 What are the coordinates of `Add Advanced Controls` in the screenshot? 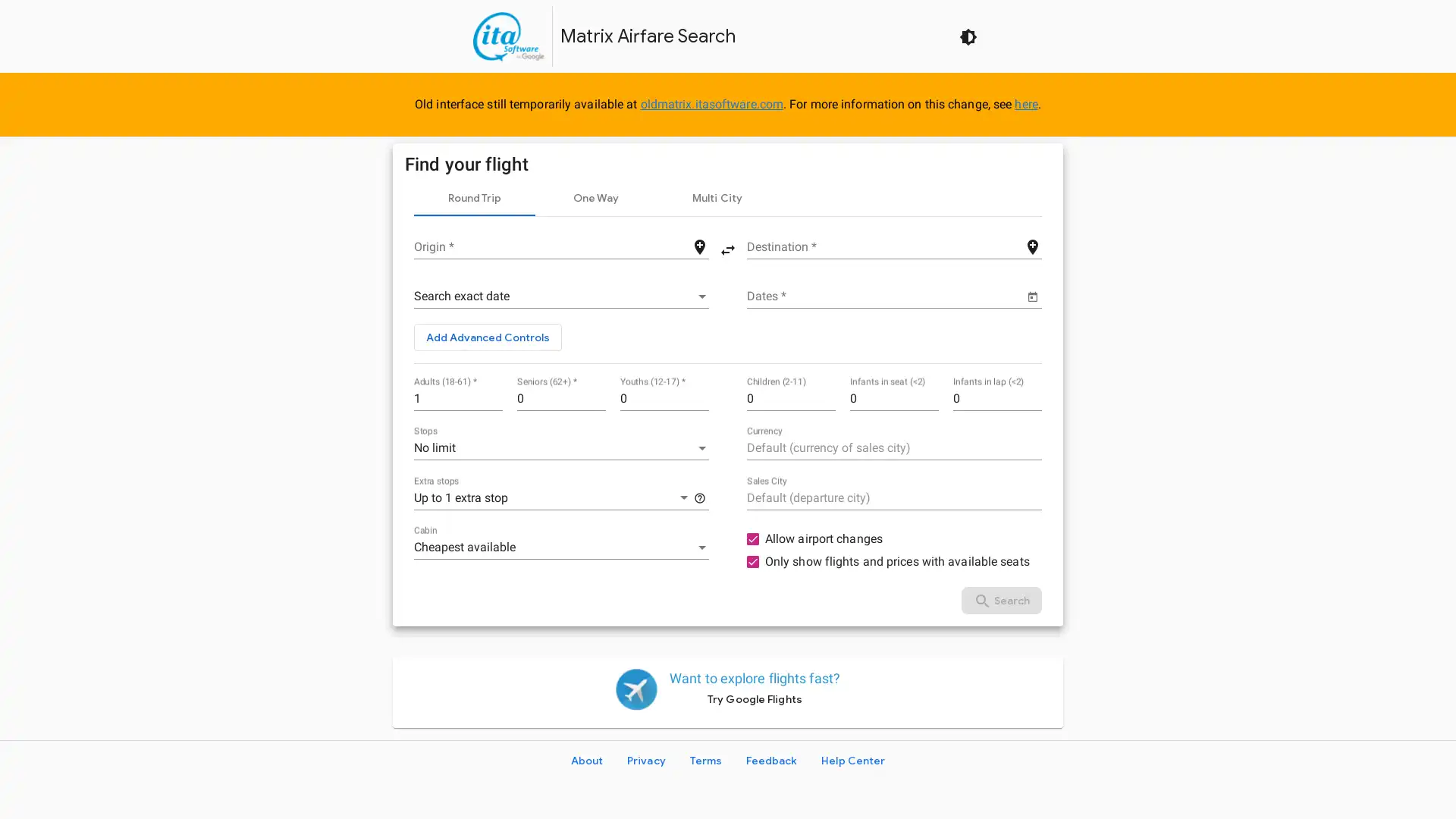 It's located at (488, 336).